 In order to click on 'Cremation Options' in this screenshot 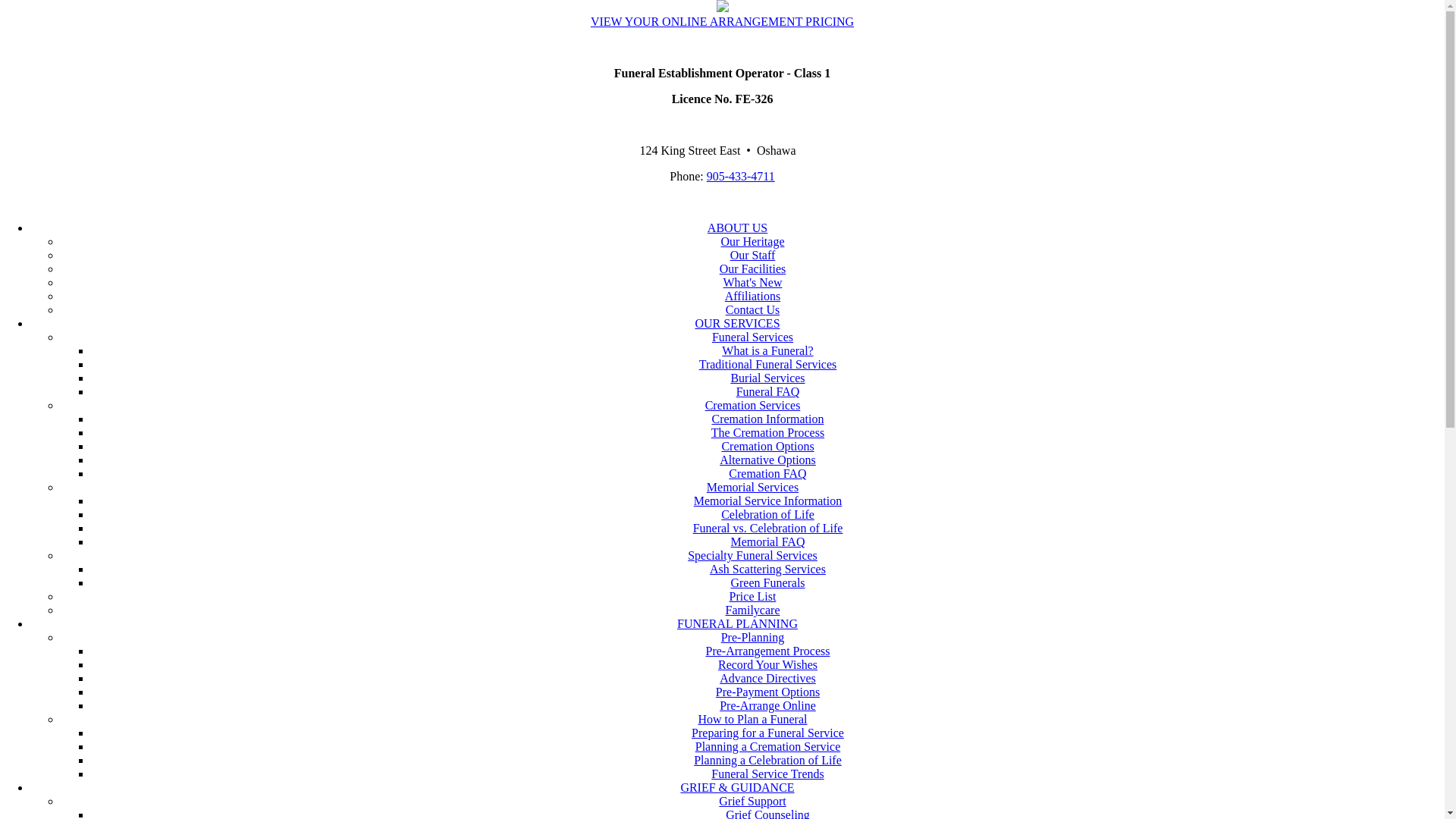, I will do `click(720, 445)`.